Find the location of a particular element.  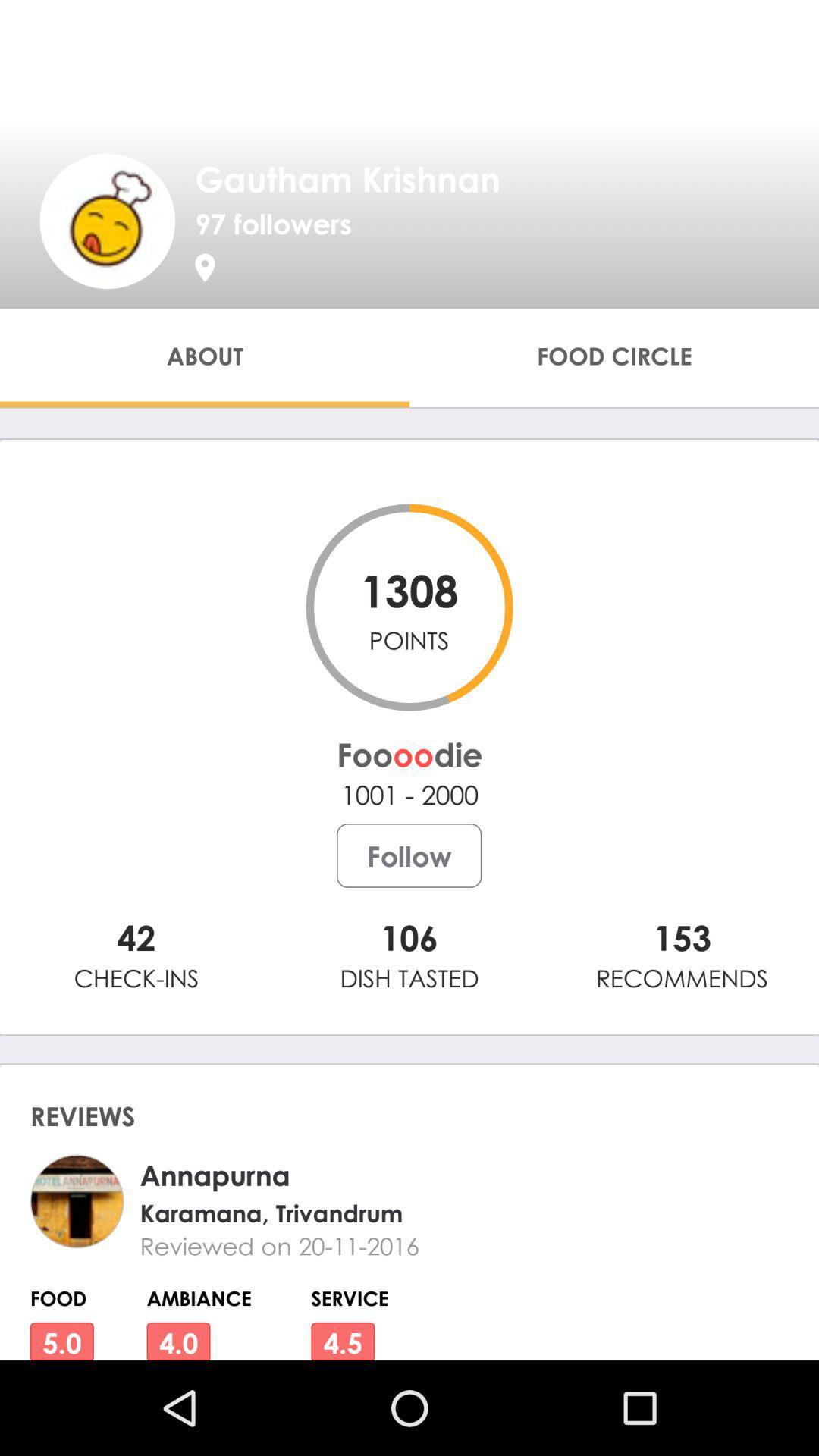

annapurna is located at coordinates (435, 1174).